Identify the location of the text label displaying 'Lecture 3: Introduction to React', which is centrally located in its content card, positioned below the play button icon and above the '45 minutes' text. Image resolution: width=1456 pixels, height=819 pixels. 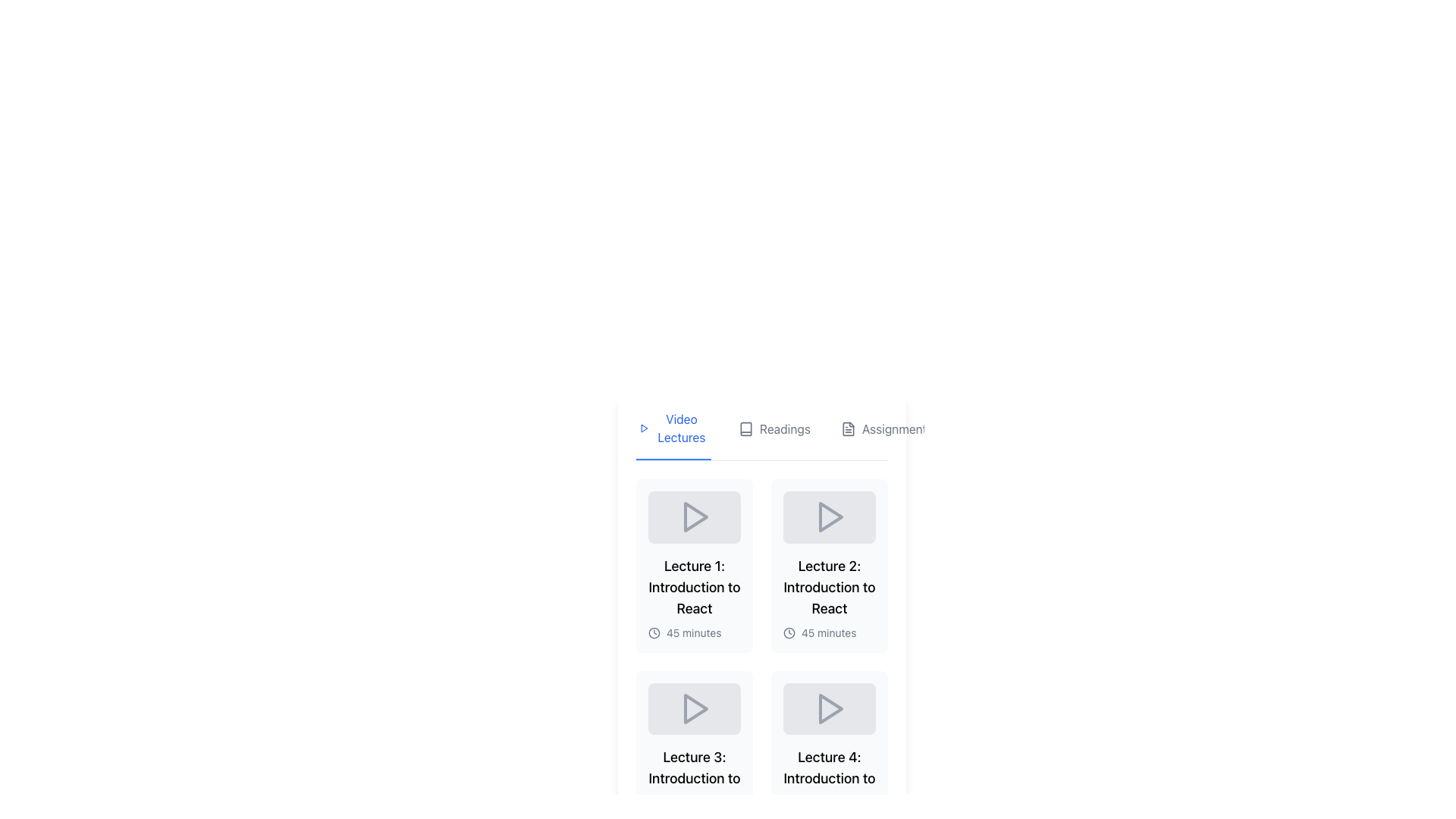
(694, 778).